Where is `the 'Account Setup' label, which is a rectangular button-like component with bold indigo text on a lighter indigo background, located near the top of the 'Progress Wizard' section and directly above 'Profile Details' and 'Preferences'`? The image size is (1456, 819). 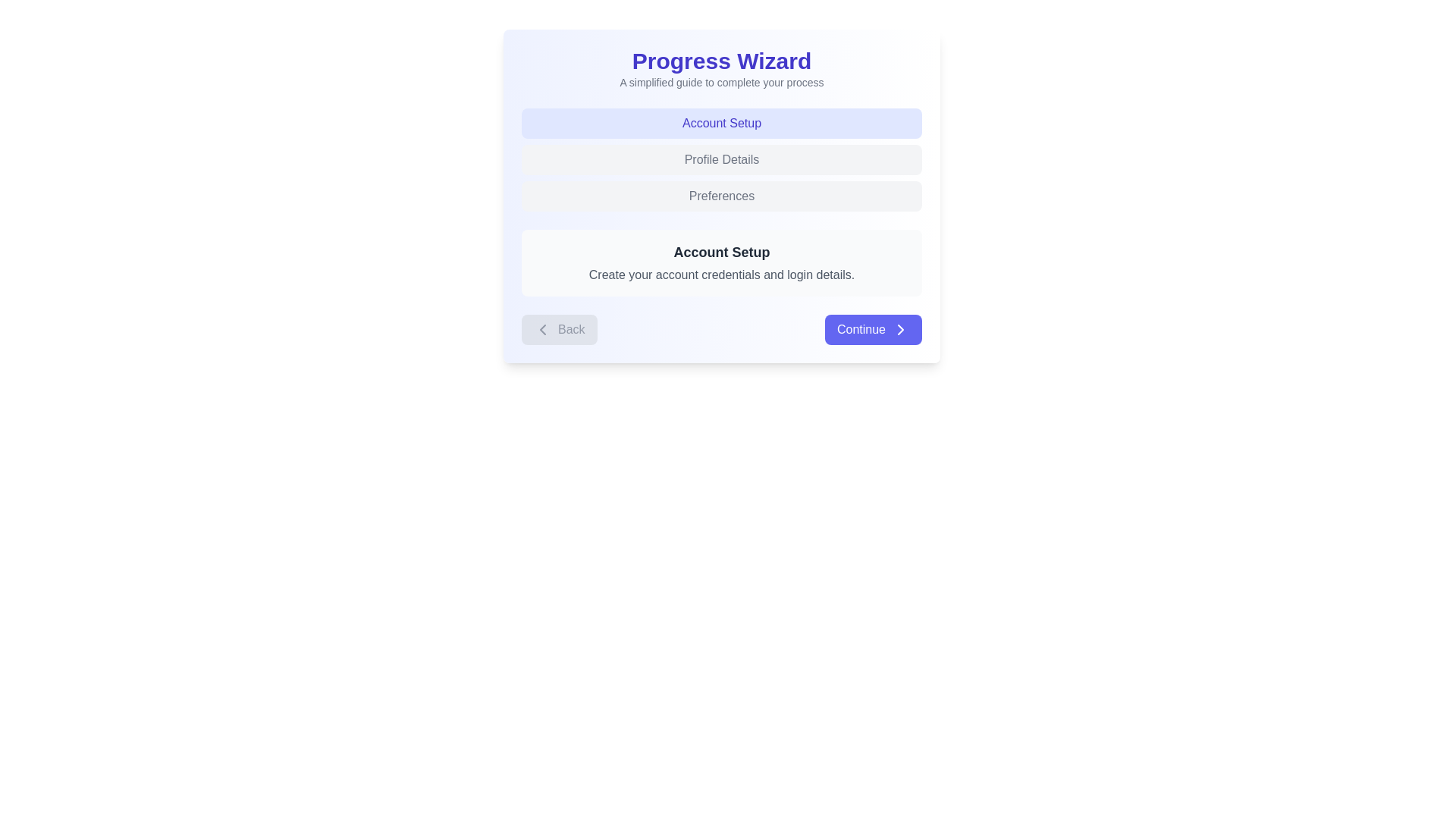
the 'Account Setup' label, which is a rectangular button-like component with bold indigo text on a lighter indigo background, located near the top of the 'Progress Wizard' section and directly above 'Profile Details' and 'Preferences' is located at coordinates (720, 122).